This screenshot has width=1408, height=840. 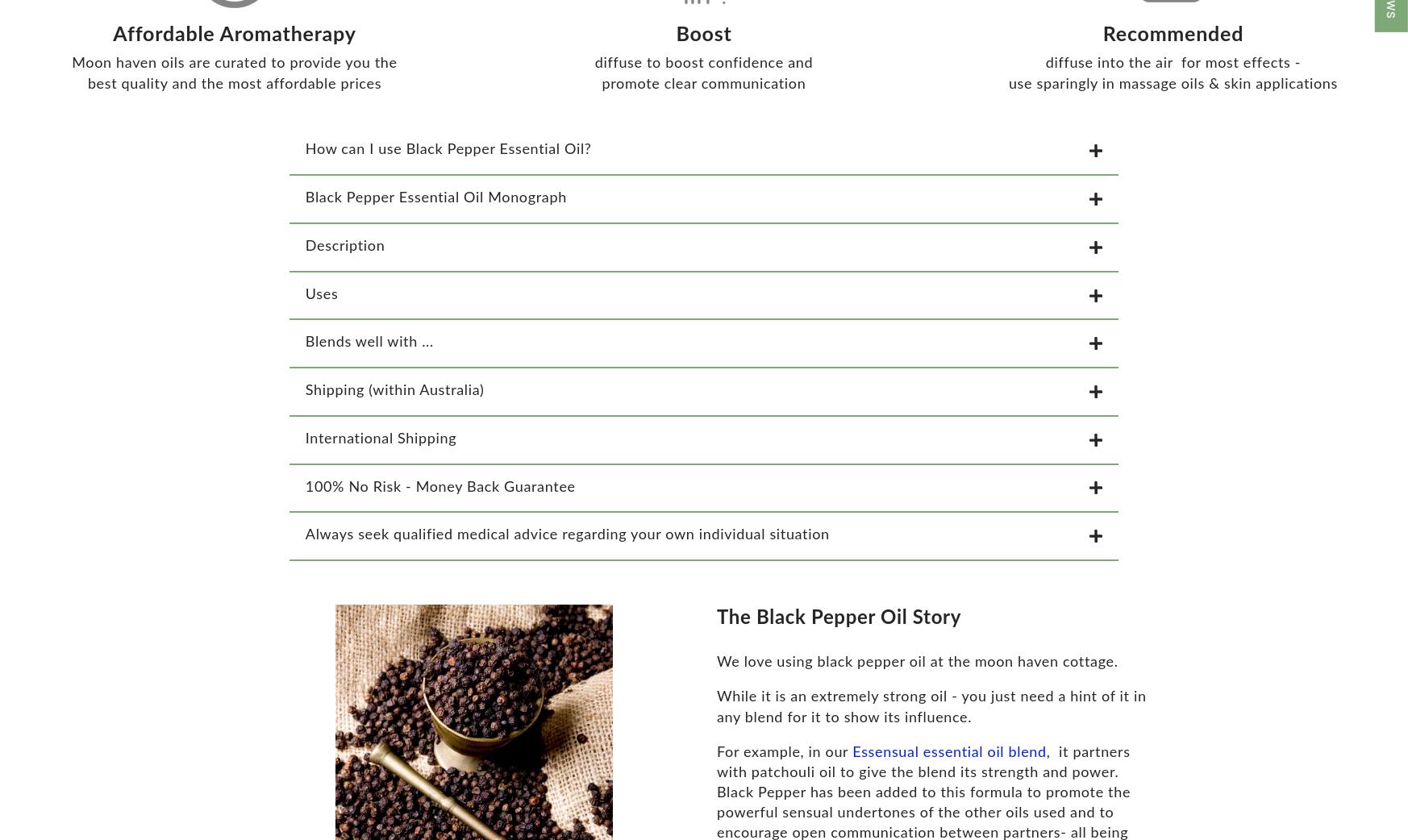 What do you see at coordinates (12, 799) in the screenshot?
I see `'Black Pepper Pure Essential Oil'` at bounding box center [12, 799].